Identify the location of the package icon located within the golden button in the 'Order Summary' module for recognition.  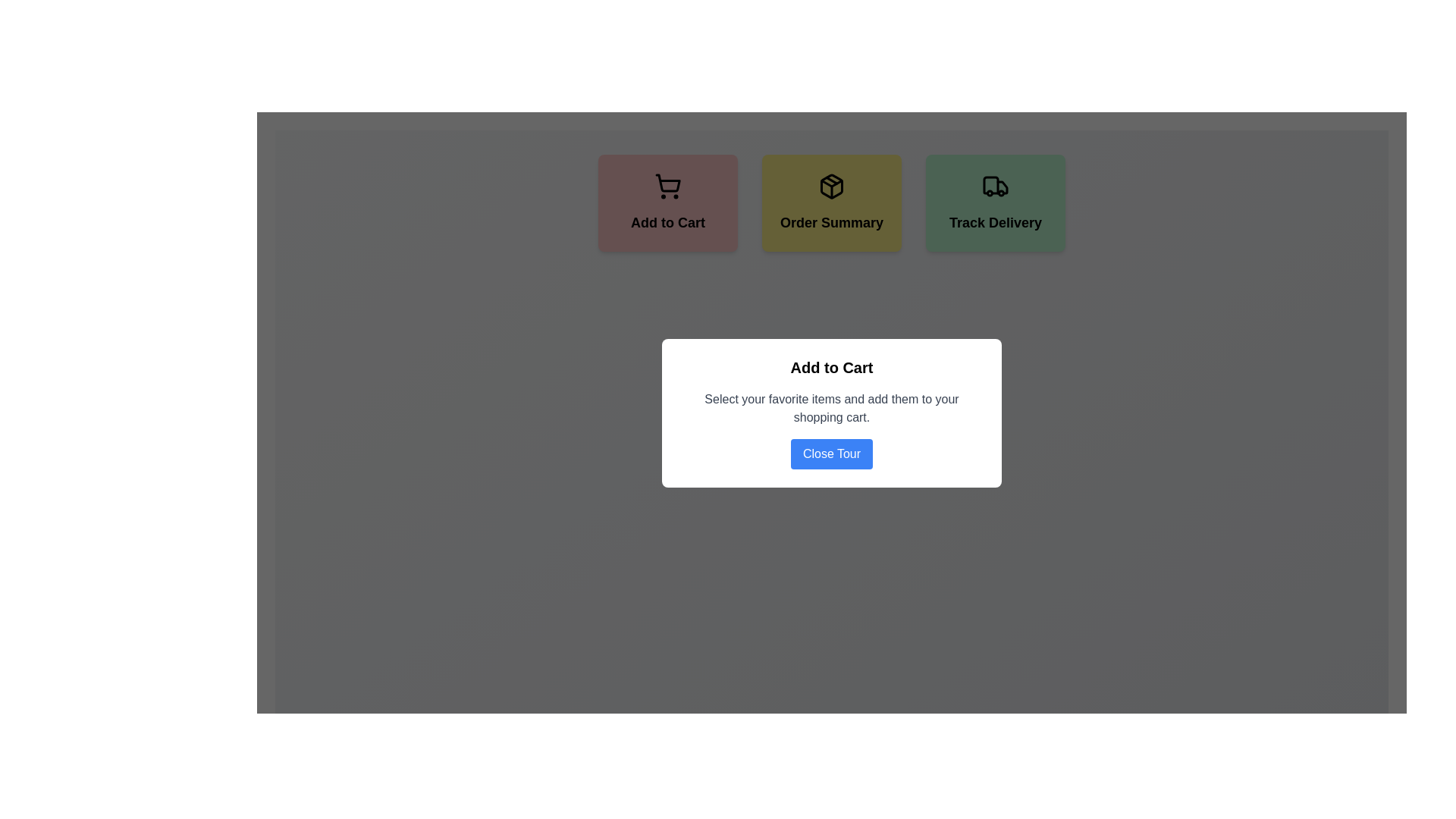
(831, 186).